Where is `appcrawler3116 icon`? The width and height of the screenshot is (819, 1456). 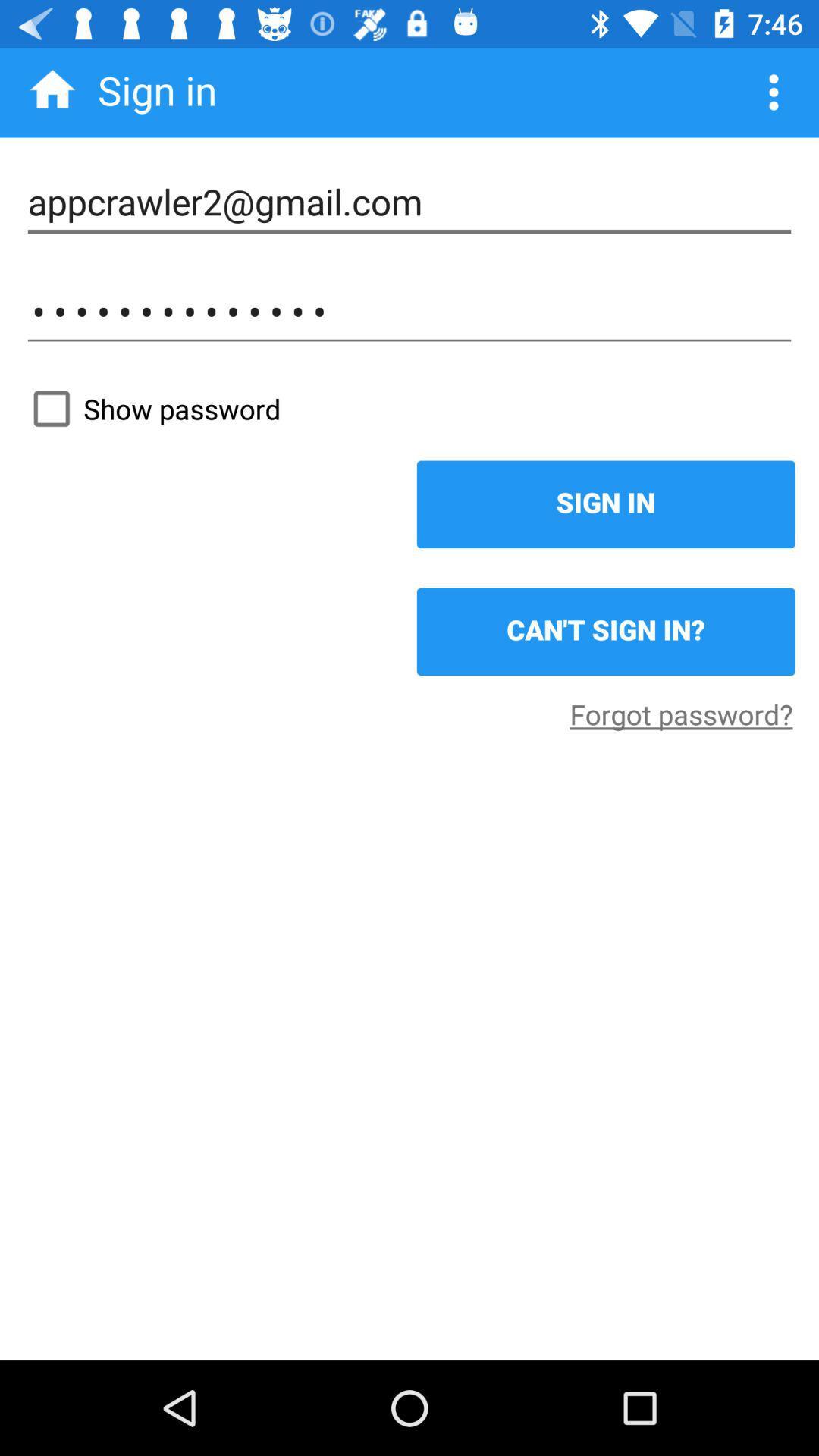 appcrawler3116 icon is located at coordinates (409, 311).